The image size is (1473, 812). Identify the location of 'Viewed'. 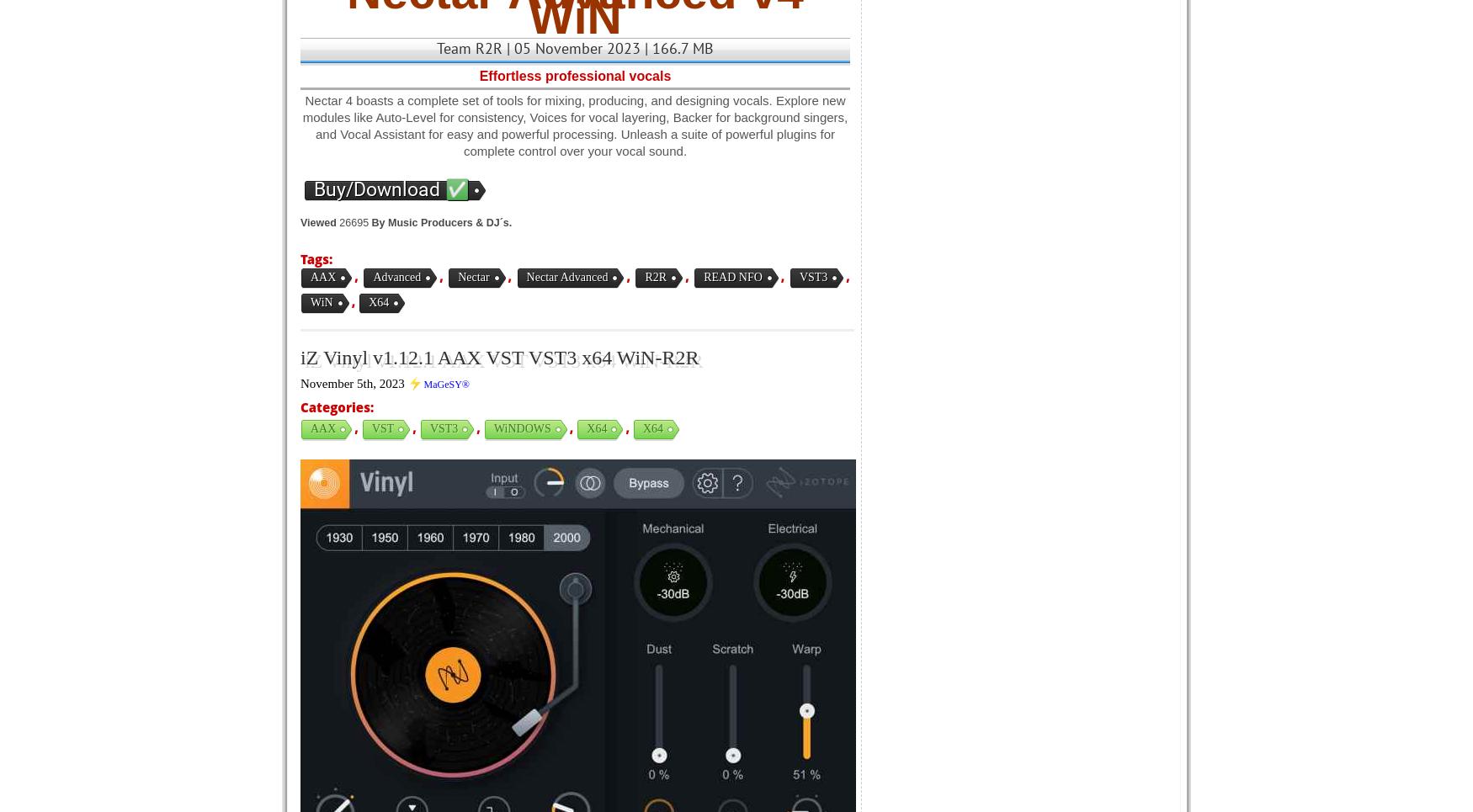
(317, 222).